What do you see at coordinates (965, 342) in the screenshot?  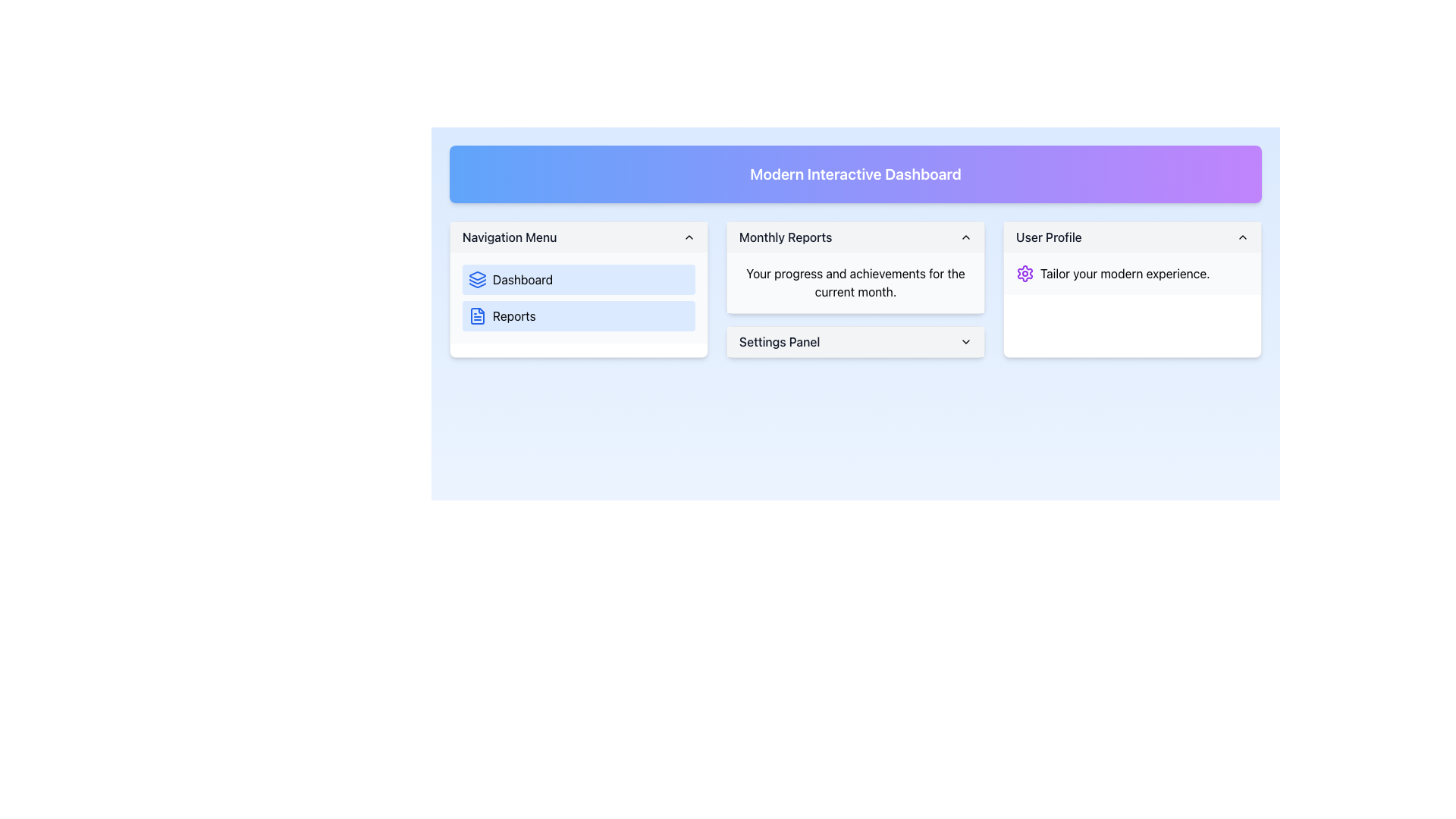 I see `the chevron-down arrow icon in the 'Settings Panel' header` at bounding box center [965, 342].